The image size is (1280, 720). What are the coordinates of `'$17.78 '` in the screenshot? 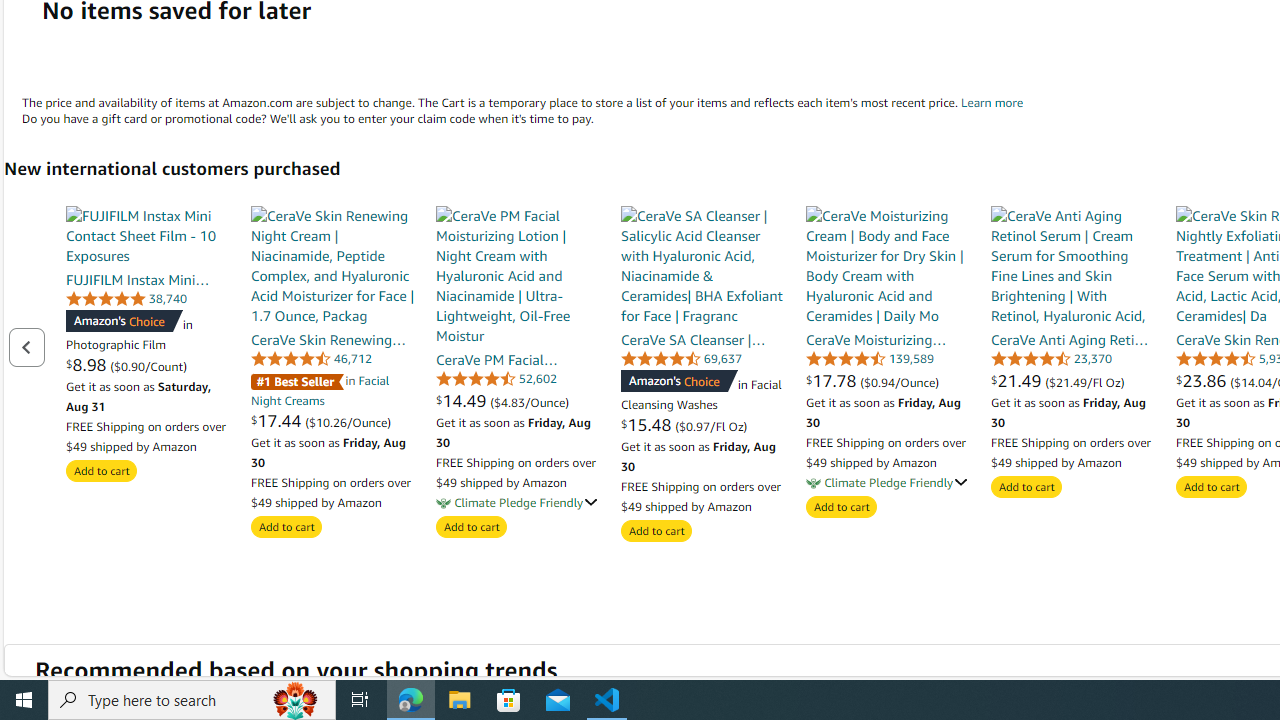 It's located at (833, 380).